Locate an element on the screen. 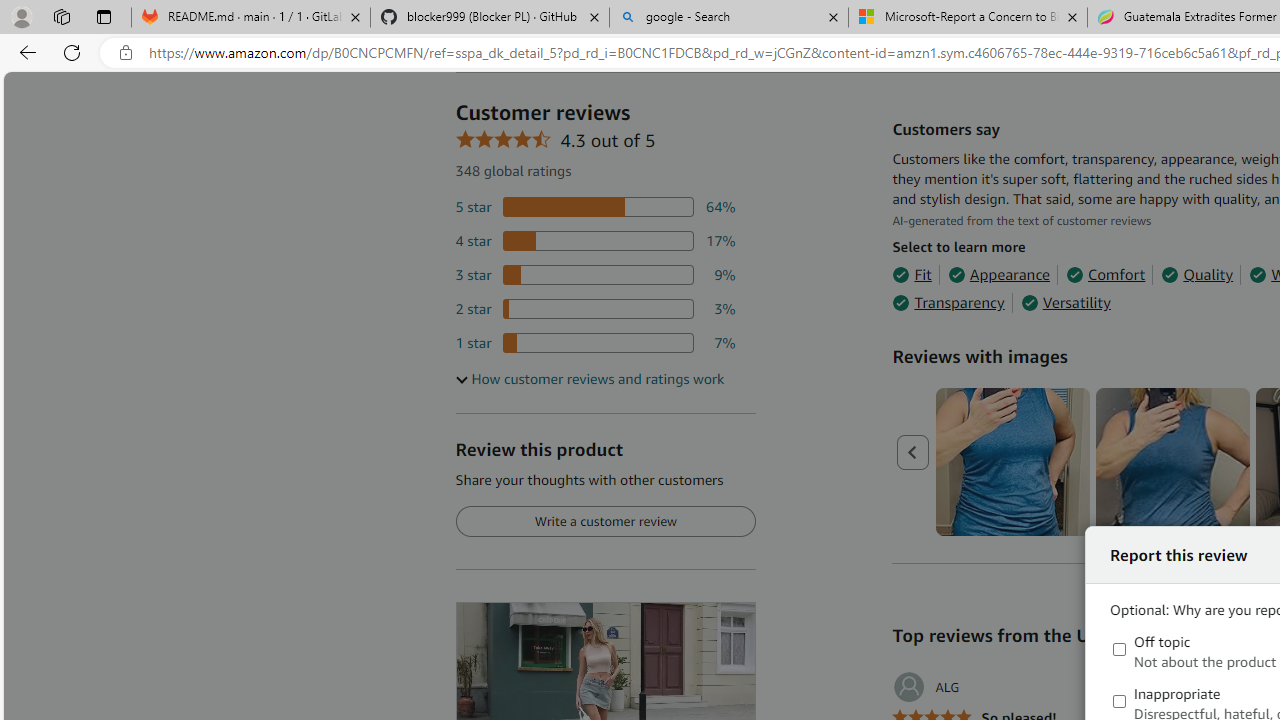 Image resolution: width=1280 pixels, height=720 pixels. 'Transparency' is located at coordinates (947, 303).